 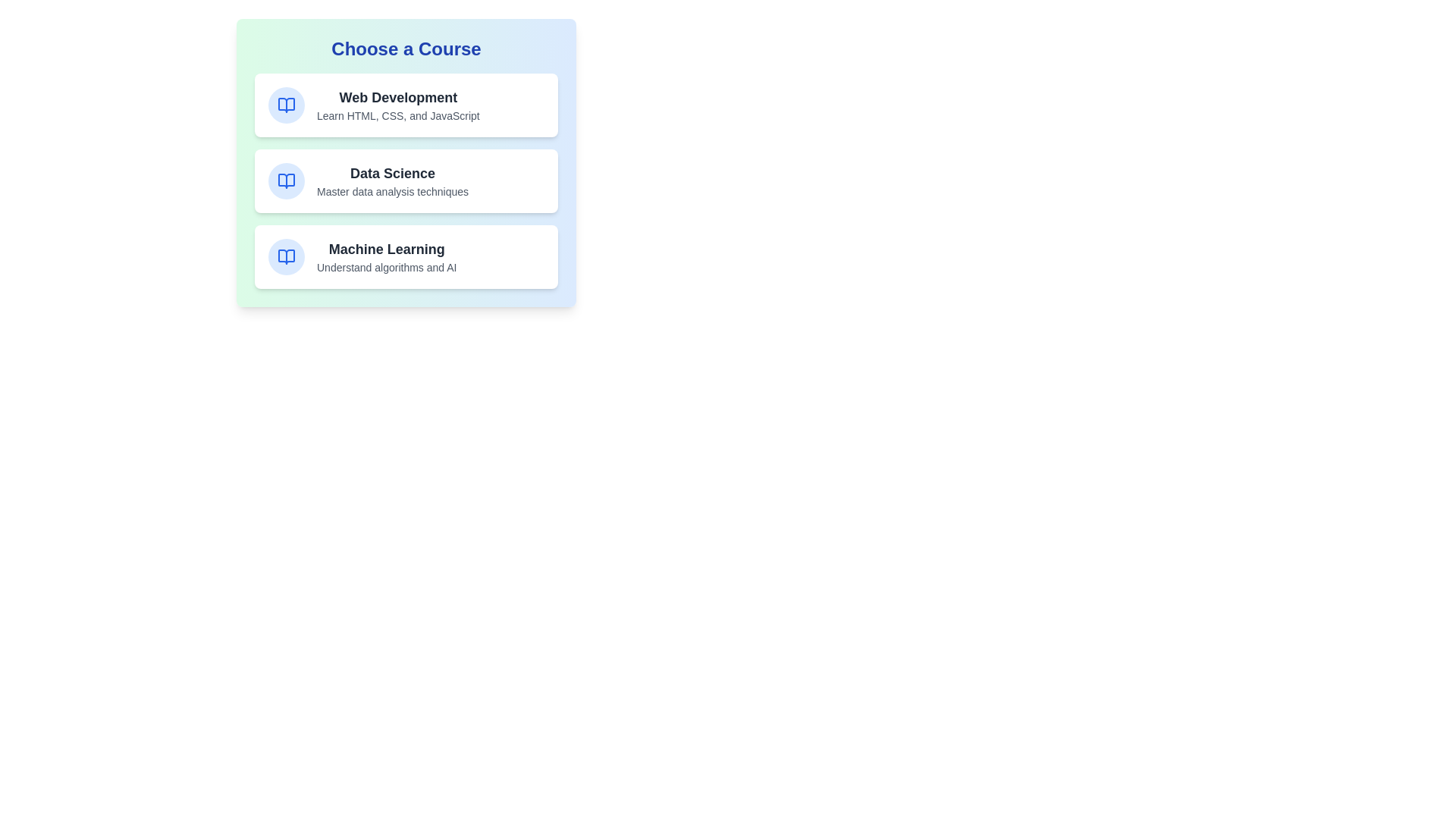 I want to click on the text element displaying 'Machine Learning', which is the textual content of the third course card in the 'Choose a Course' section, so click(x=387, y=256).